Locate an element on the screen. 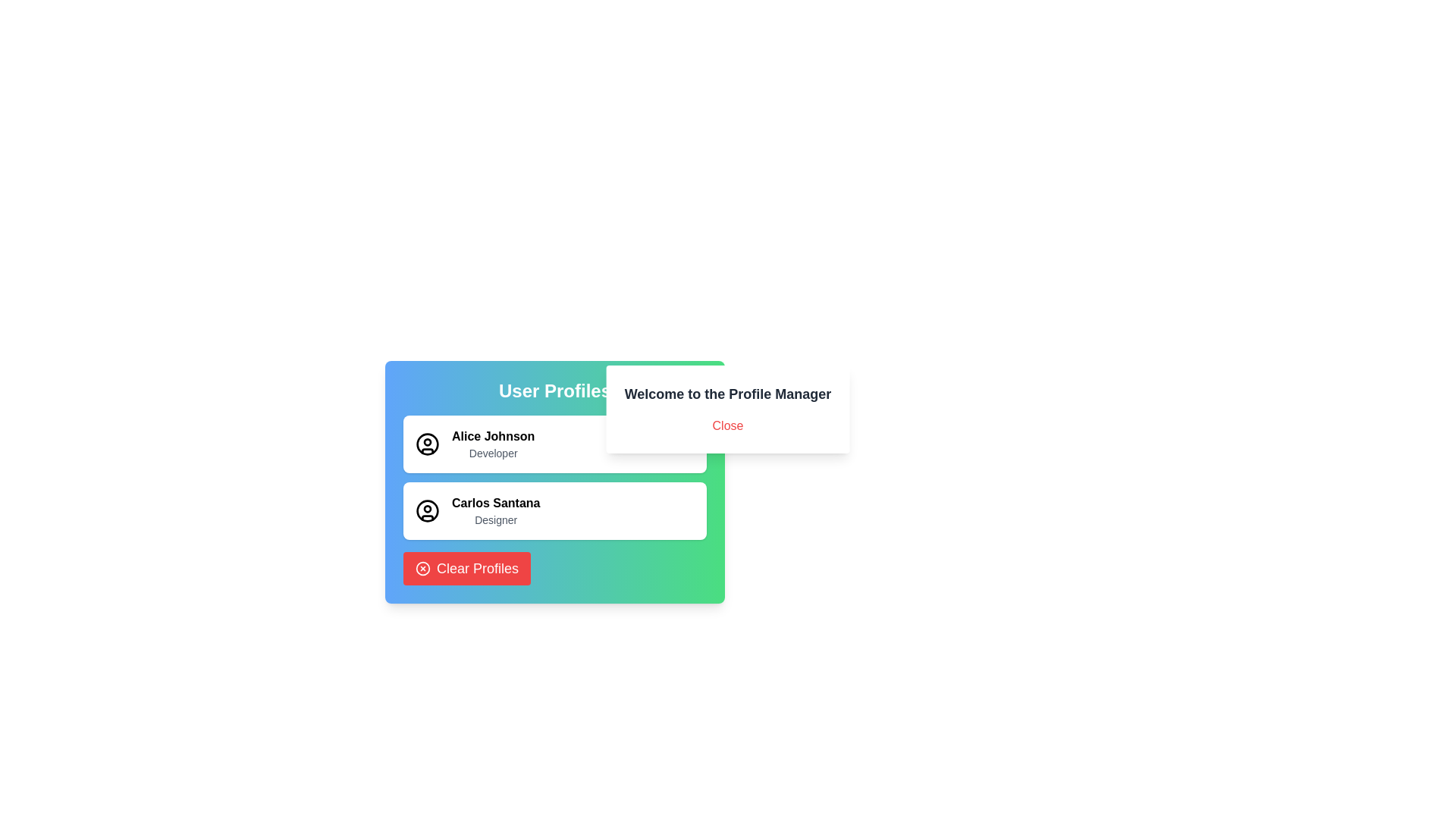  the text label element 'Carlos Santana', which is styled in black and presented in a bold font, located in a white background above the smaller text 'Designer' is located at coordinates (496, 503).